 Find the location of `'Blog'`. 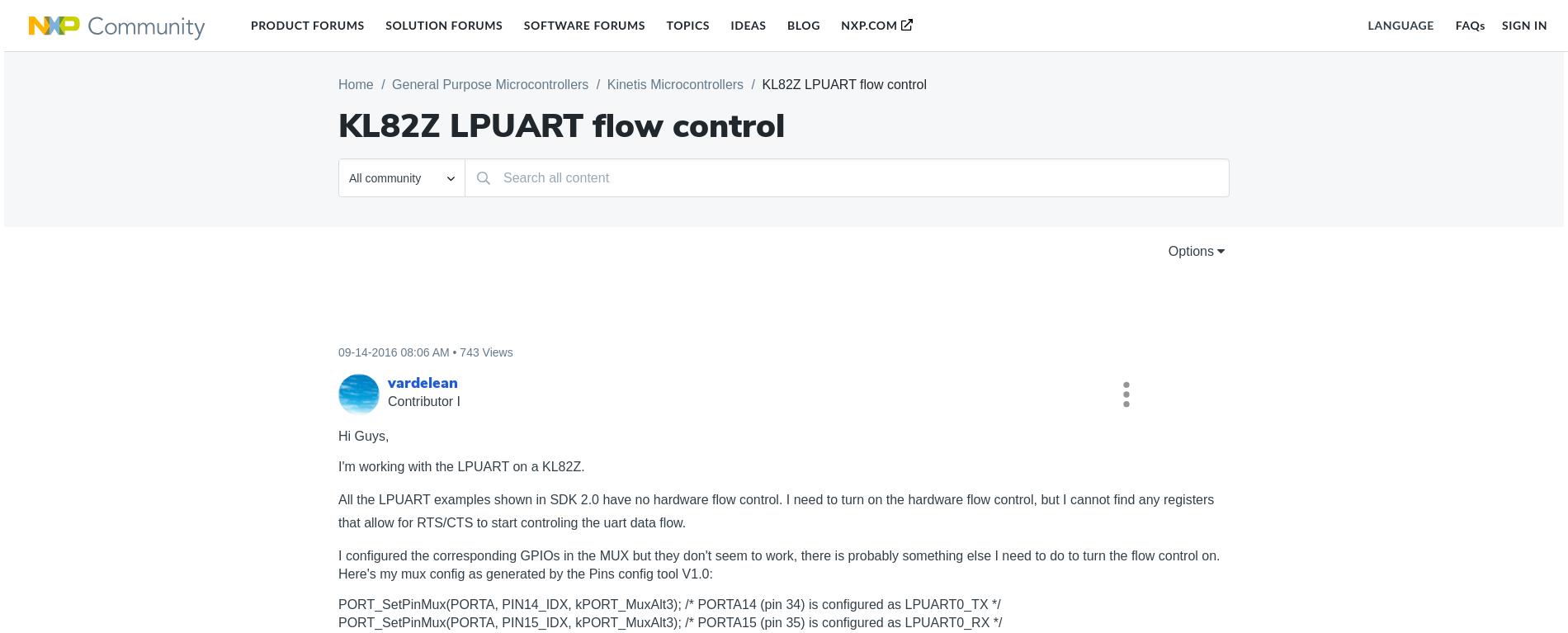

'Blog' is located at coordinates (803, 24).